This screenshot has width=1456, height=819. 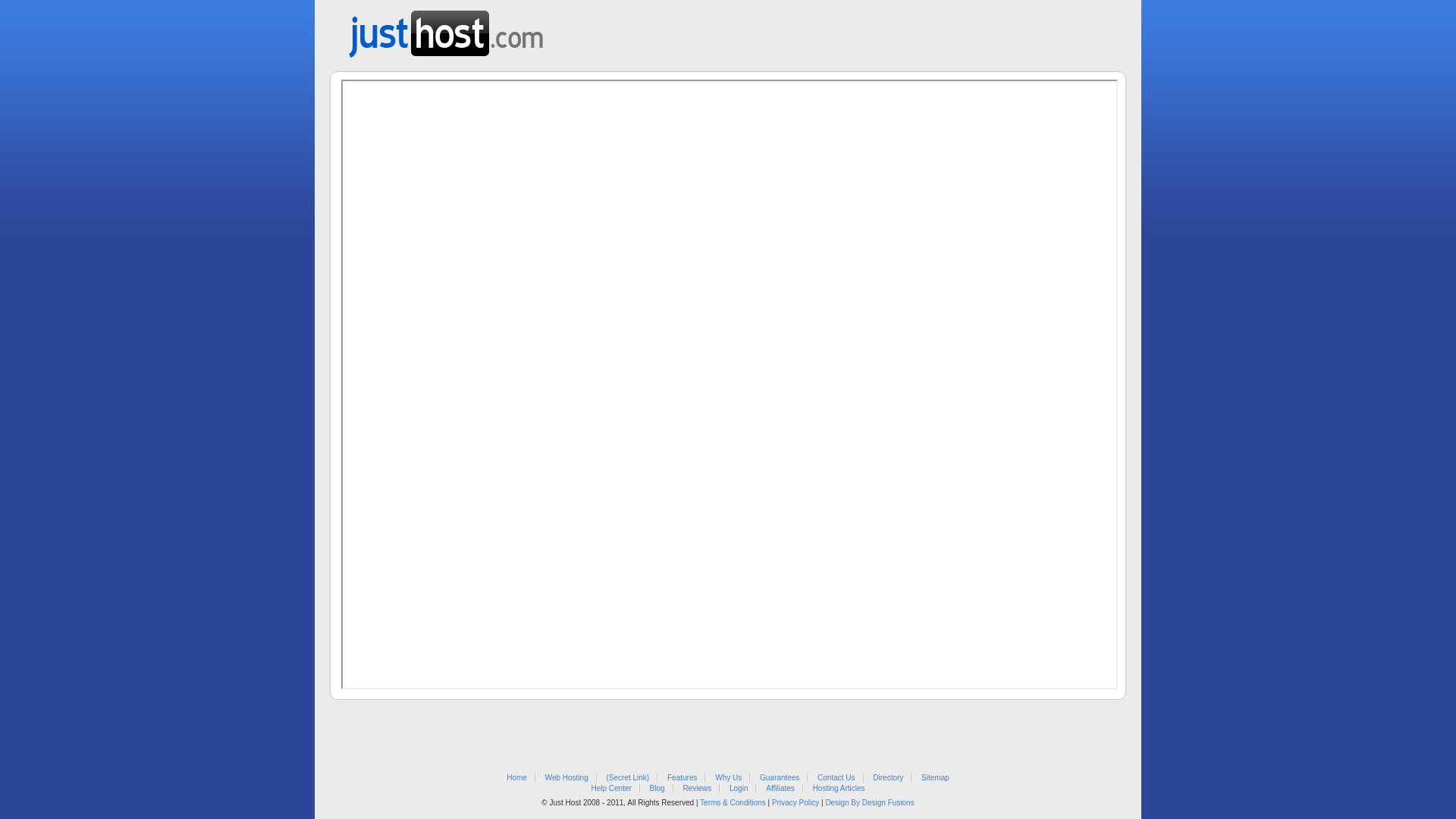 I want to click on 'Why Us', so click(x=714, y=777).